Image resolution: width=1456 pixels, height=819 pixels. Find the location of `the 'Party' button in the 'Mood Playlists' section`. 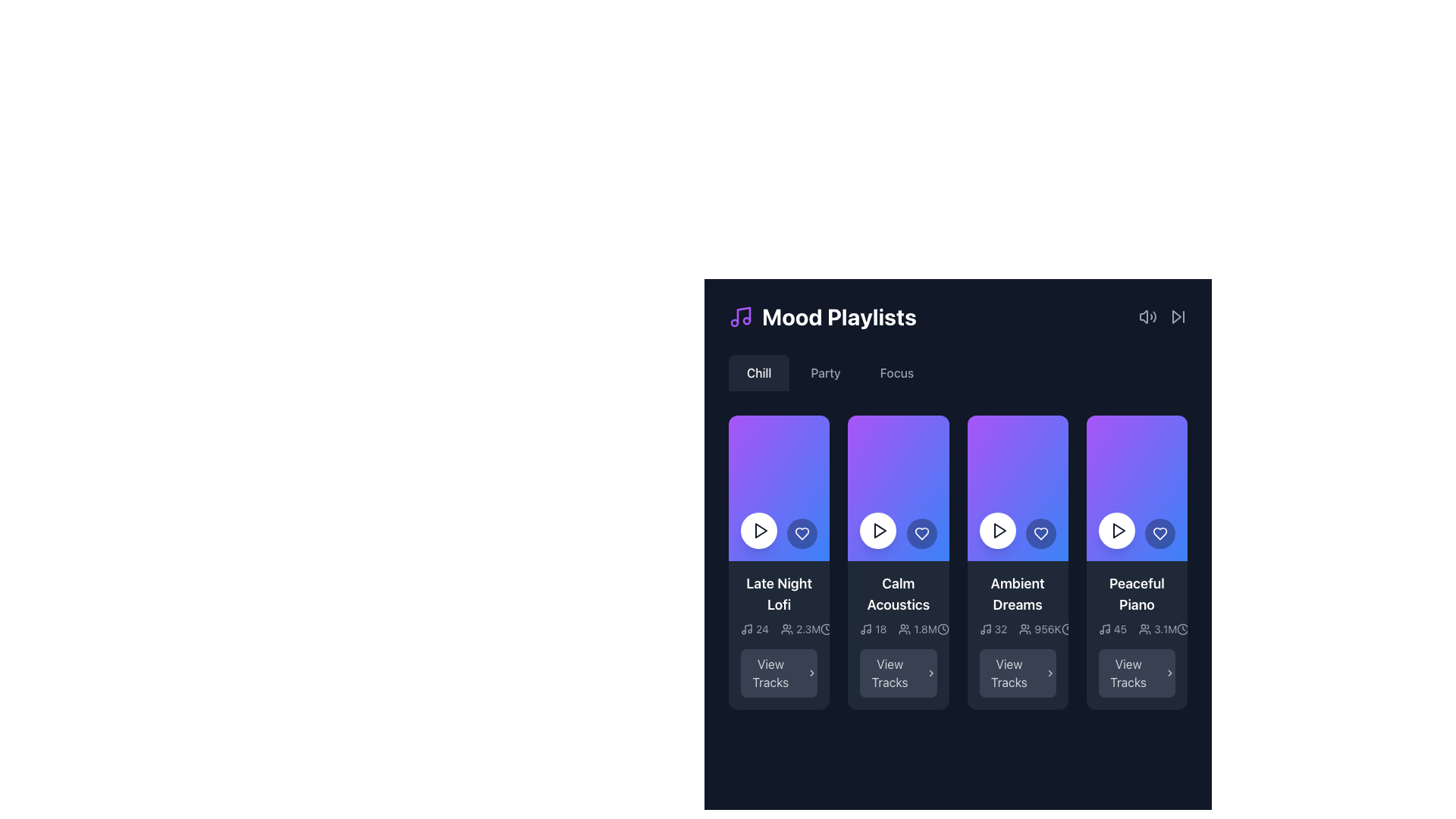

the 'Party' button in the 'Mood Playlists' section is located at coordinates (825, 373).